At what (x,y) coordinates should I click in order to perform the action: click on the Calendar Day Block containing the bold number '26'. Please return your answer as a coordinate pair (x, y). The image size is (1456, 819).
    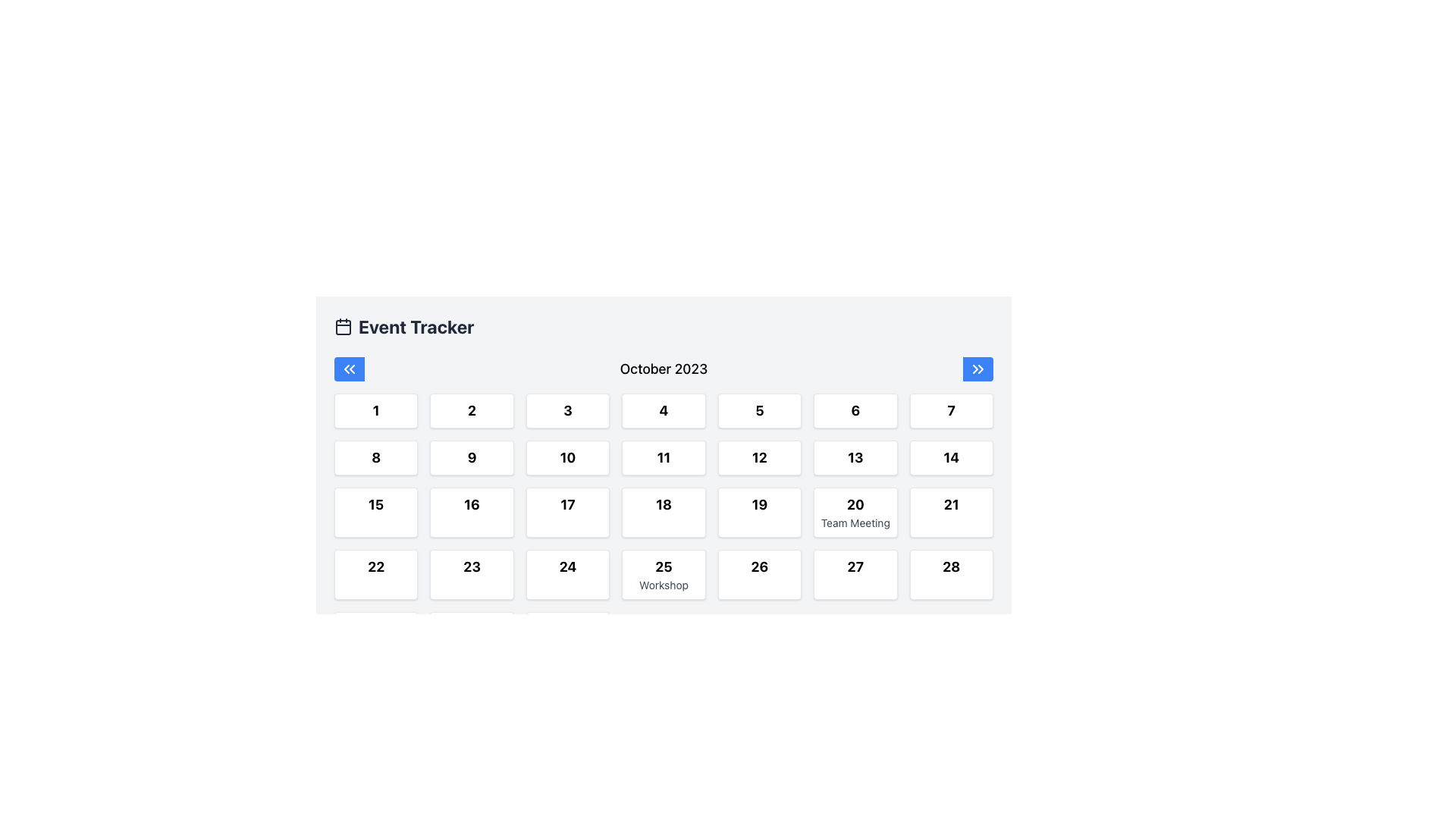
    Looking at the image, I should click on (759, 575).